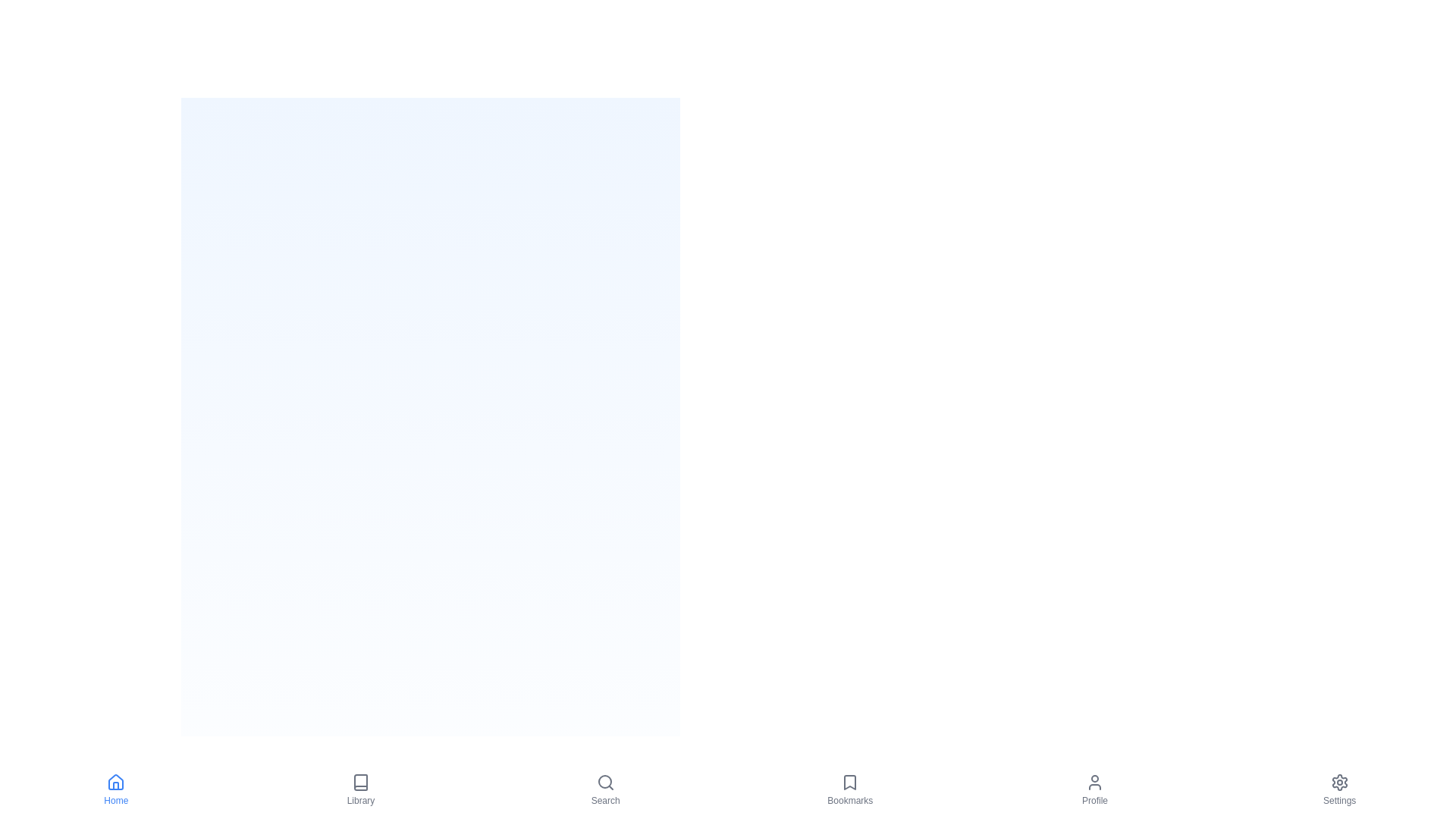 Image resolution: width=1456 pixels, height=819 pixels. I want to click on the Profile tab by clicking its icon, so click(1094, 789).